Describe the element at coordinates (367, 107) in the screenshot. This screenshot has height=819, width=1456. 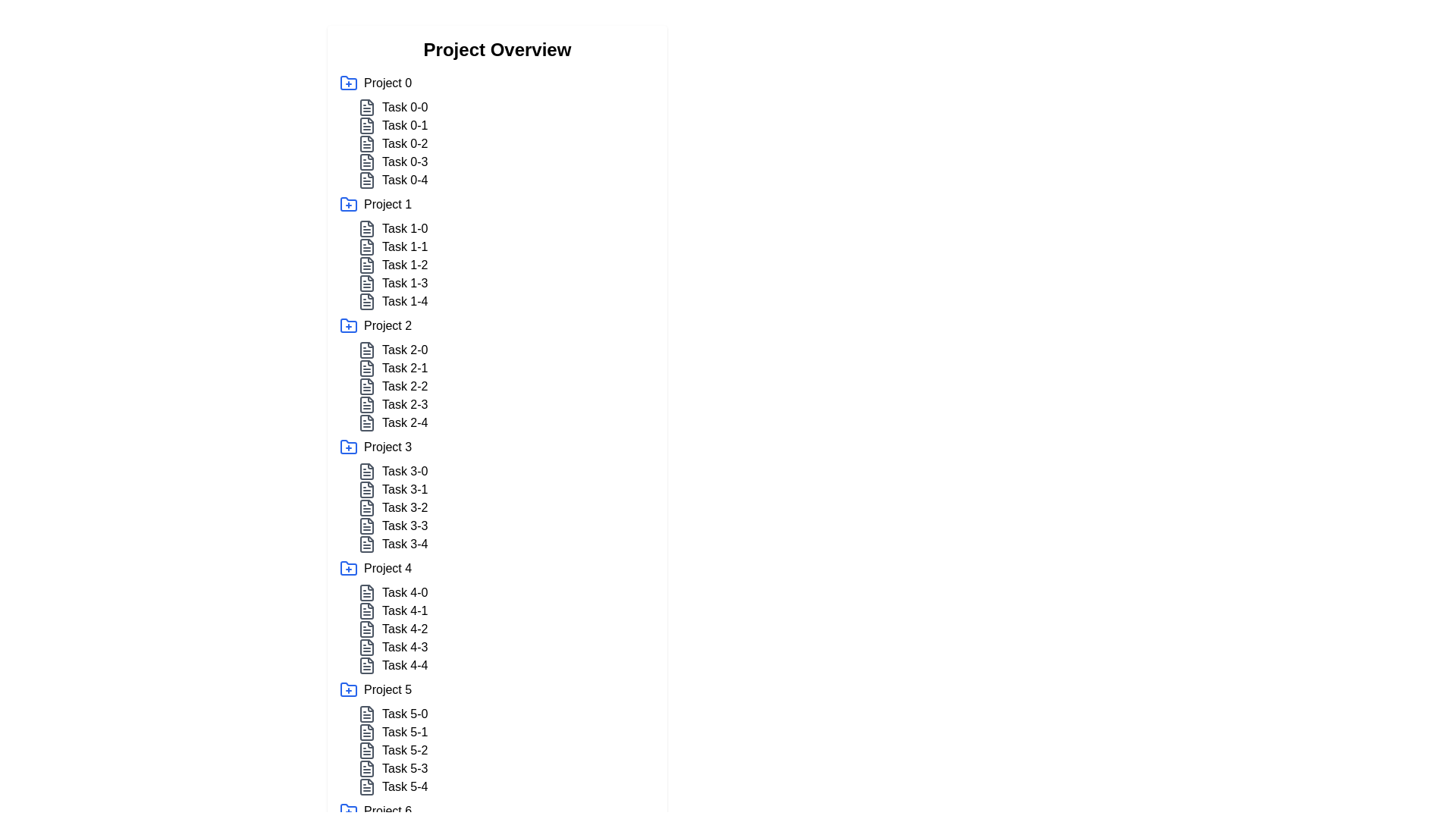
I see `the icon representing 'Task 0-0'` at that location.